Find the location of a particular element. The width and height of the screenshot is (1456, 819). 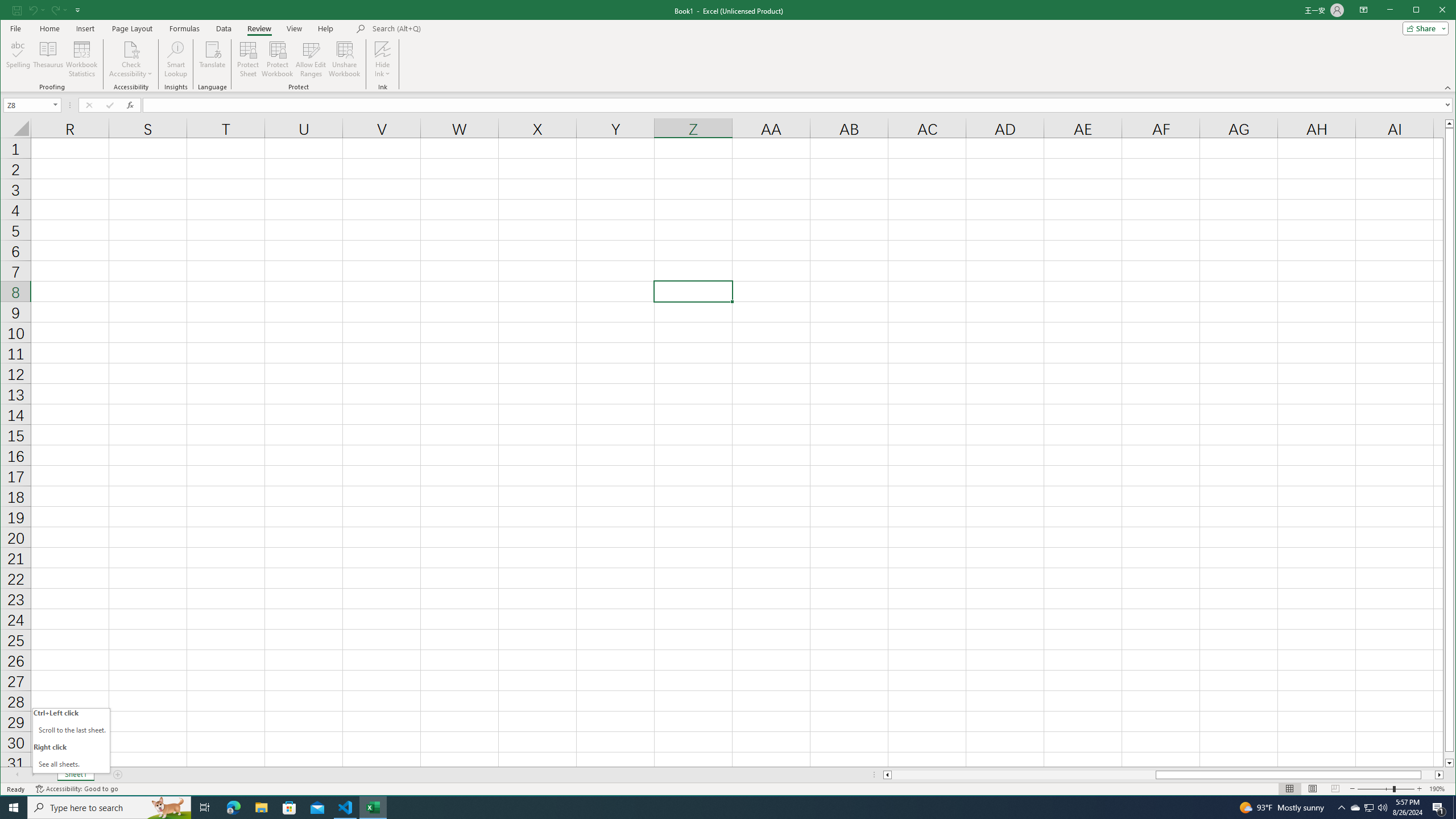

'Action Center, 1 new notification' is located at coordinates (1439, 806).